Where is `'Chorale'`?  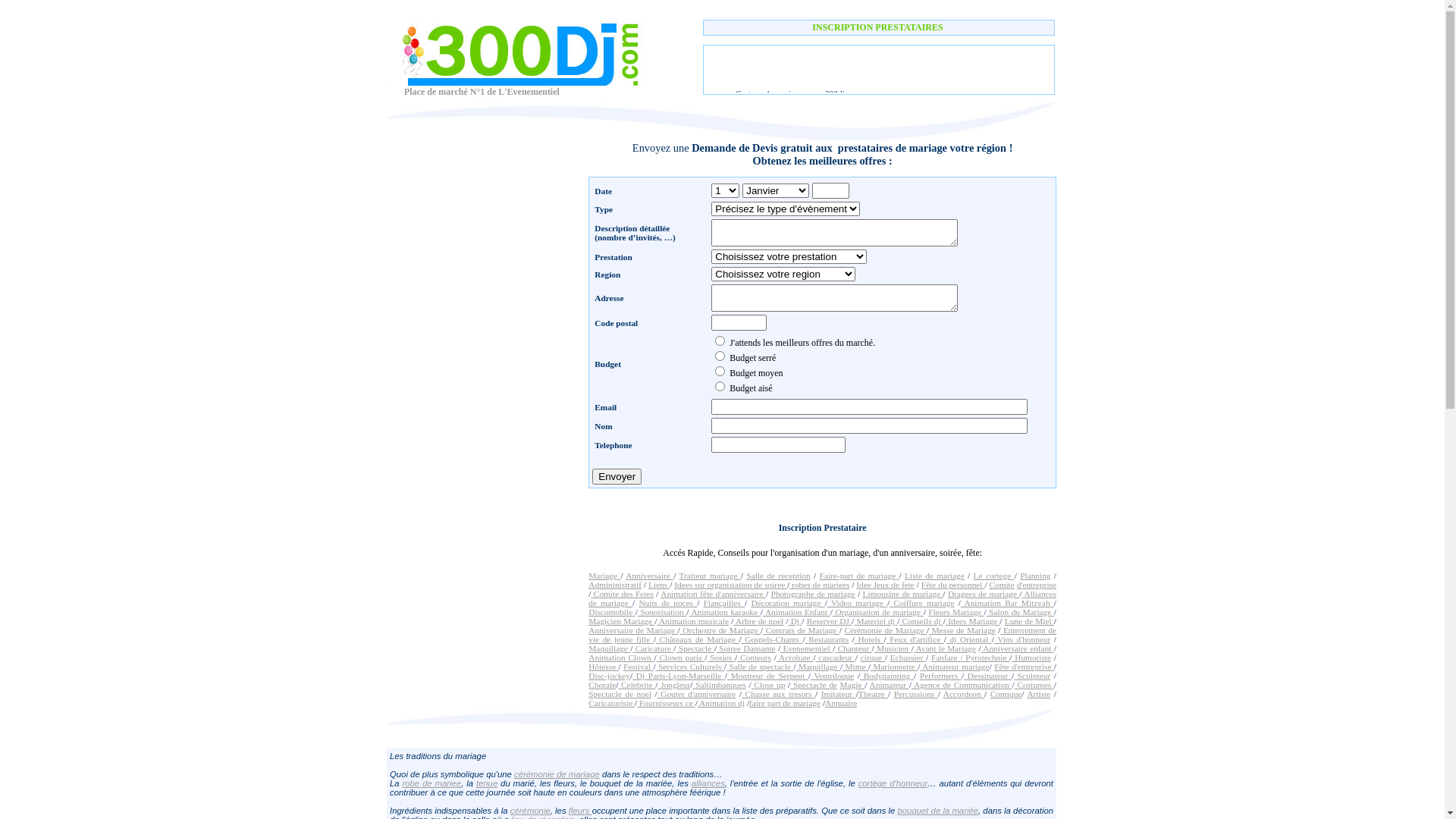
'Chorale' is located at coordinates (601, 684).